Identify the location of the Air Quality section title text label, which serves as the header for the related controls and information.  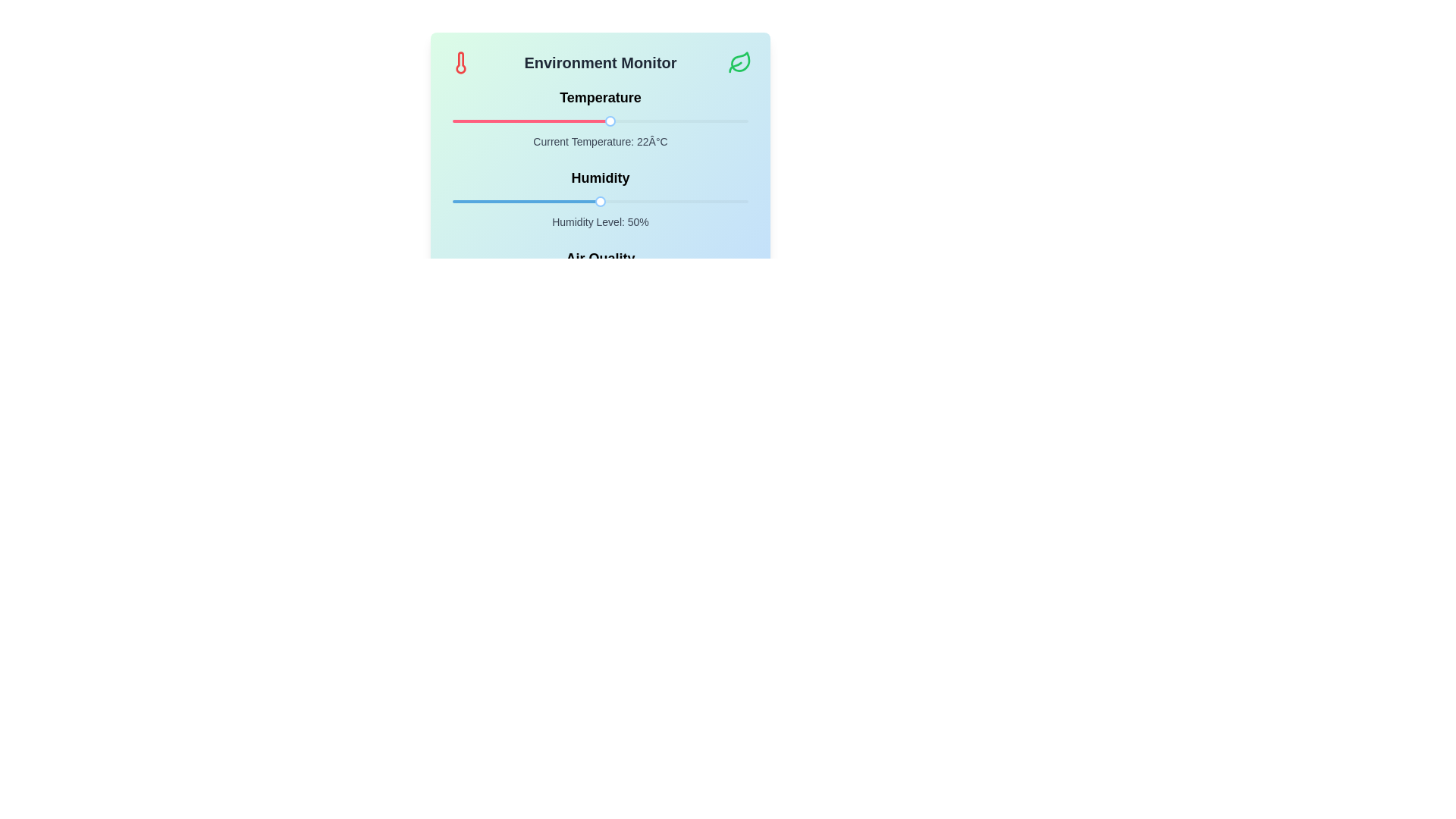
(600, 257).